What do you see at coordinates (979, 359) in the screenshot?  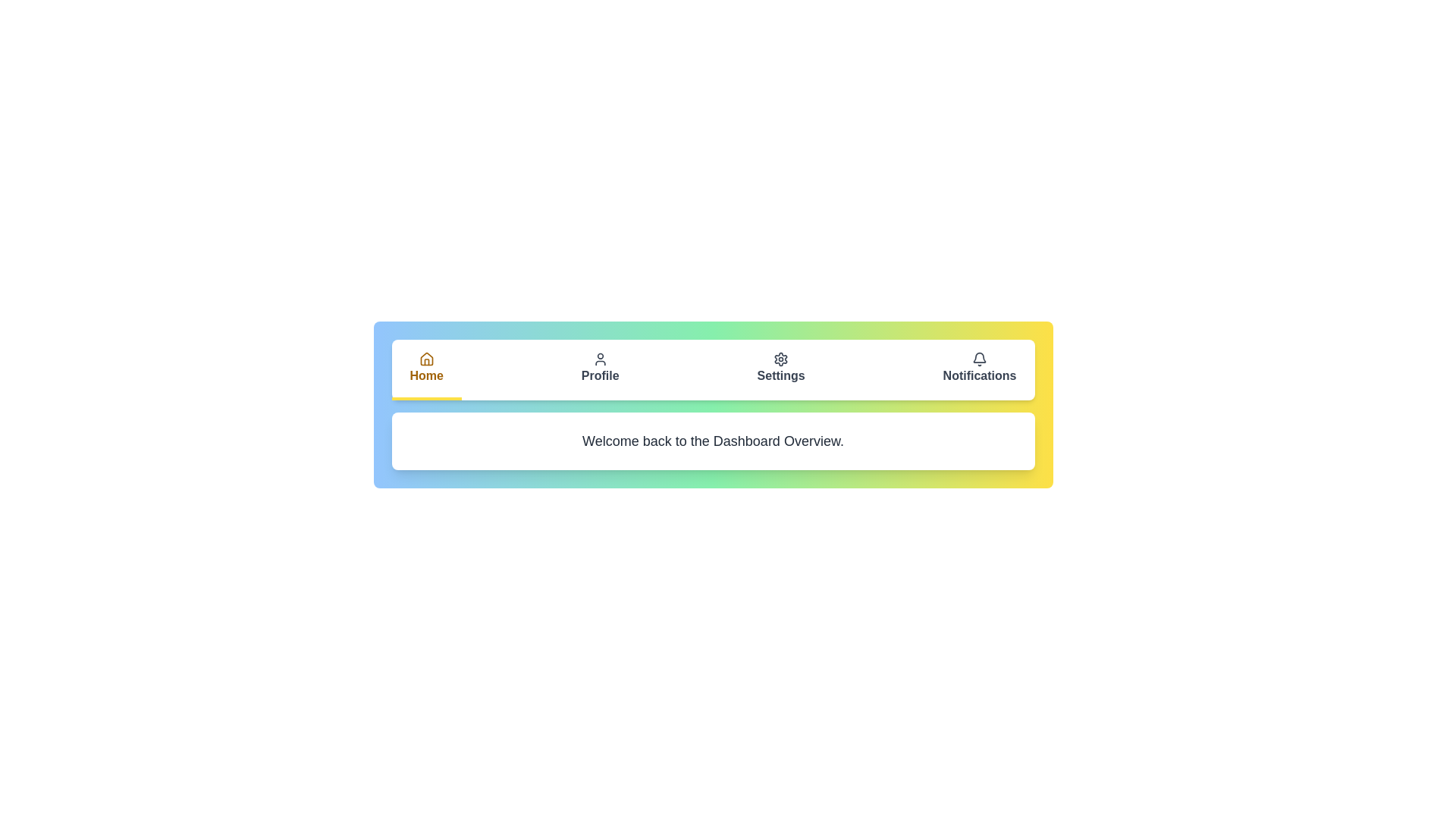 I see `the bell icon for notifications, which is located at the rightmost position of the top navigation bar, above the text label 'Notifications'` at bounding box center [979, 359].